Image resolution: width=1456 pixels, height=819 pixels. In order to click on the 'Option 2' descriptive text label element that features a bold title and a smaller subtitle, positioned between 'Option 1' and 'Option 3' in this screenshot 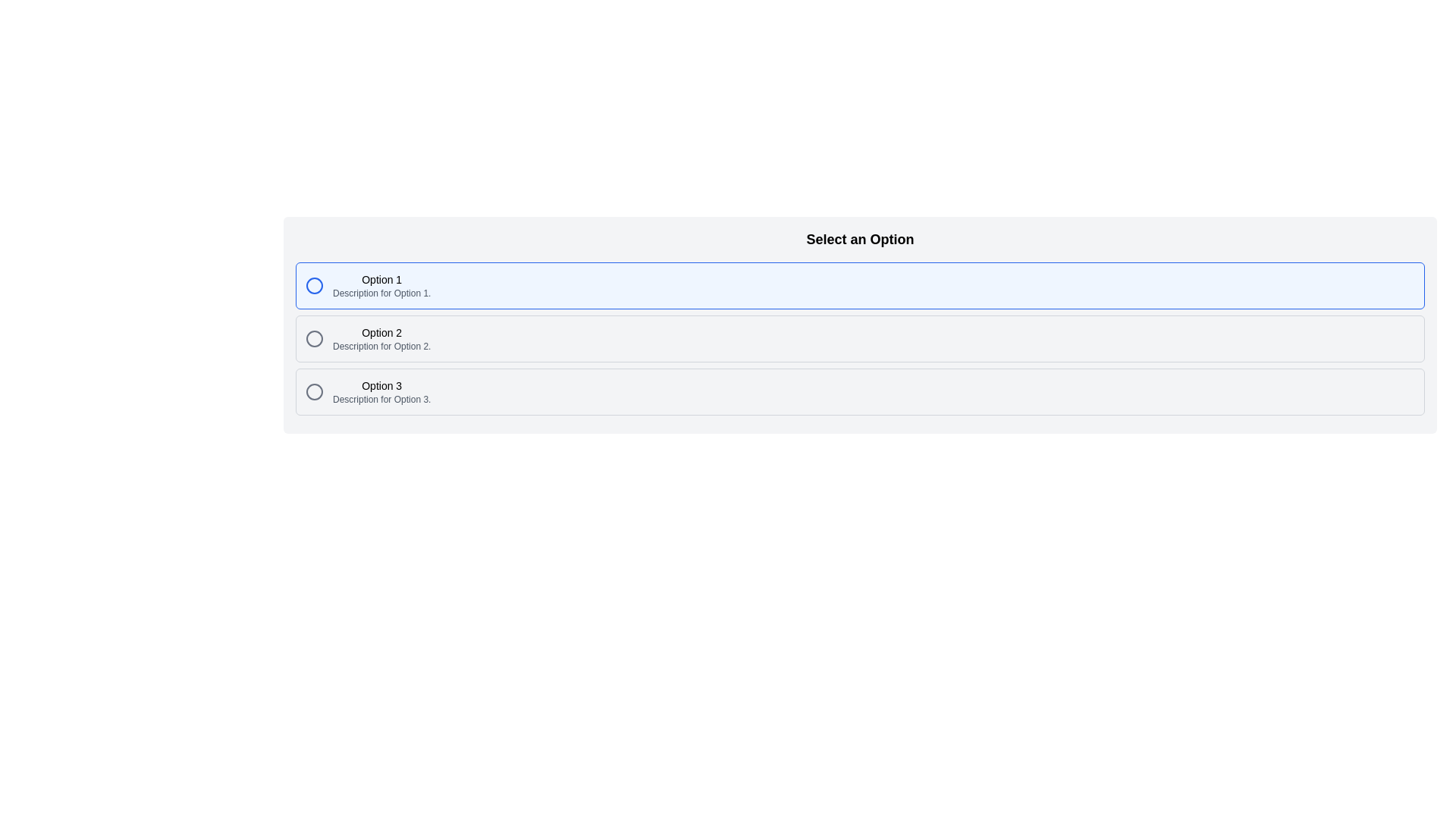, I will do `click(381, 338)`.